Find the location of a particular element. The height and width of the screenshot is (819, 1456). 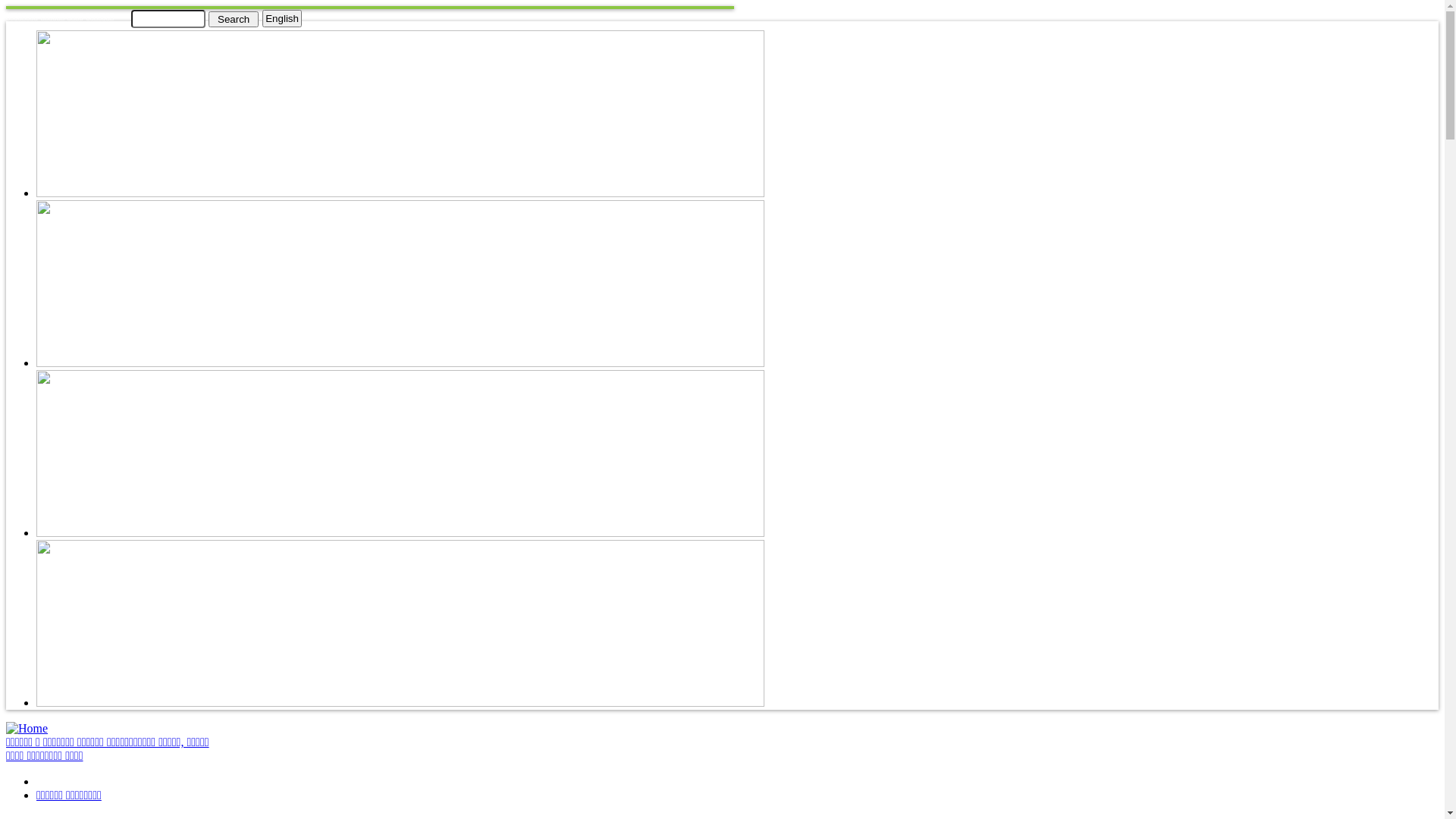

'Home' is located at coordinates (27, 727).